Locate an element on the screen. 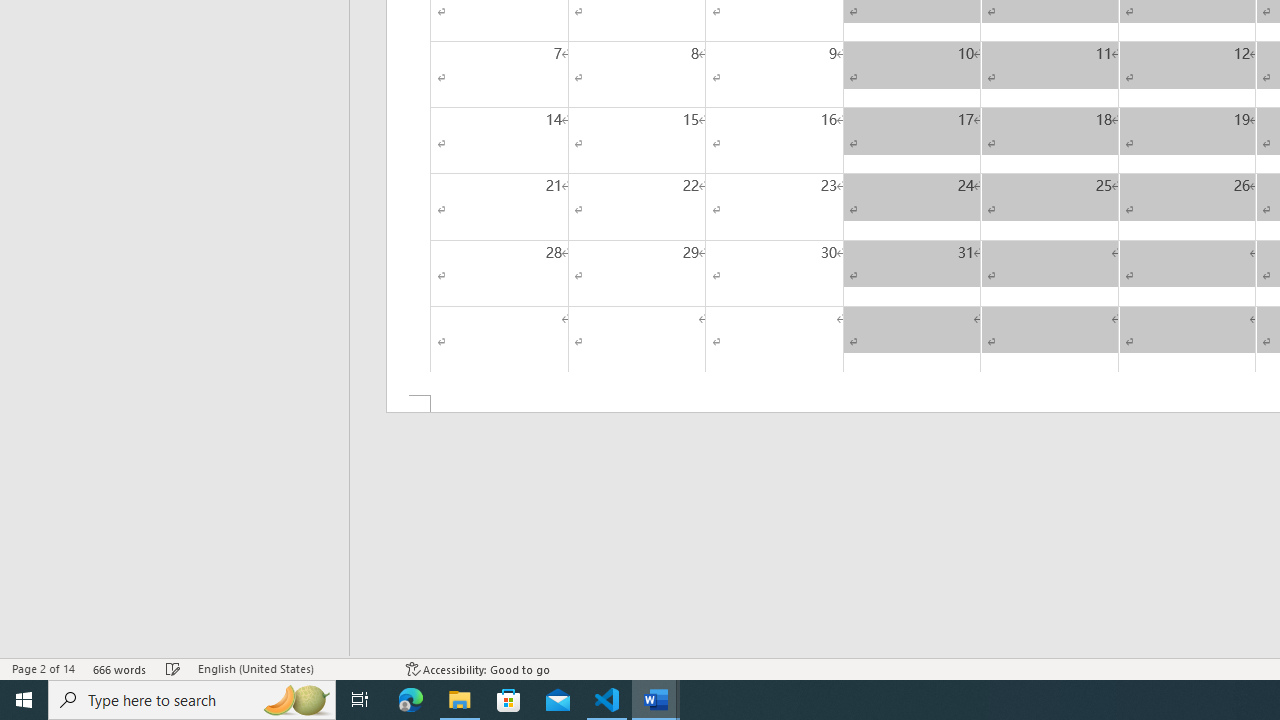  'File Explorer - 1 running window' is located at coordinates (459, 698).